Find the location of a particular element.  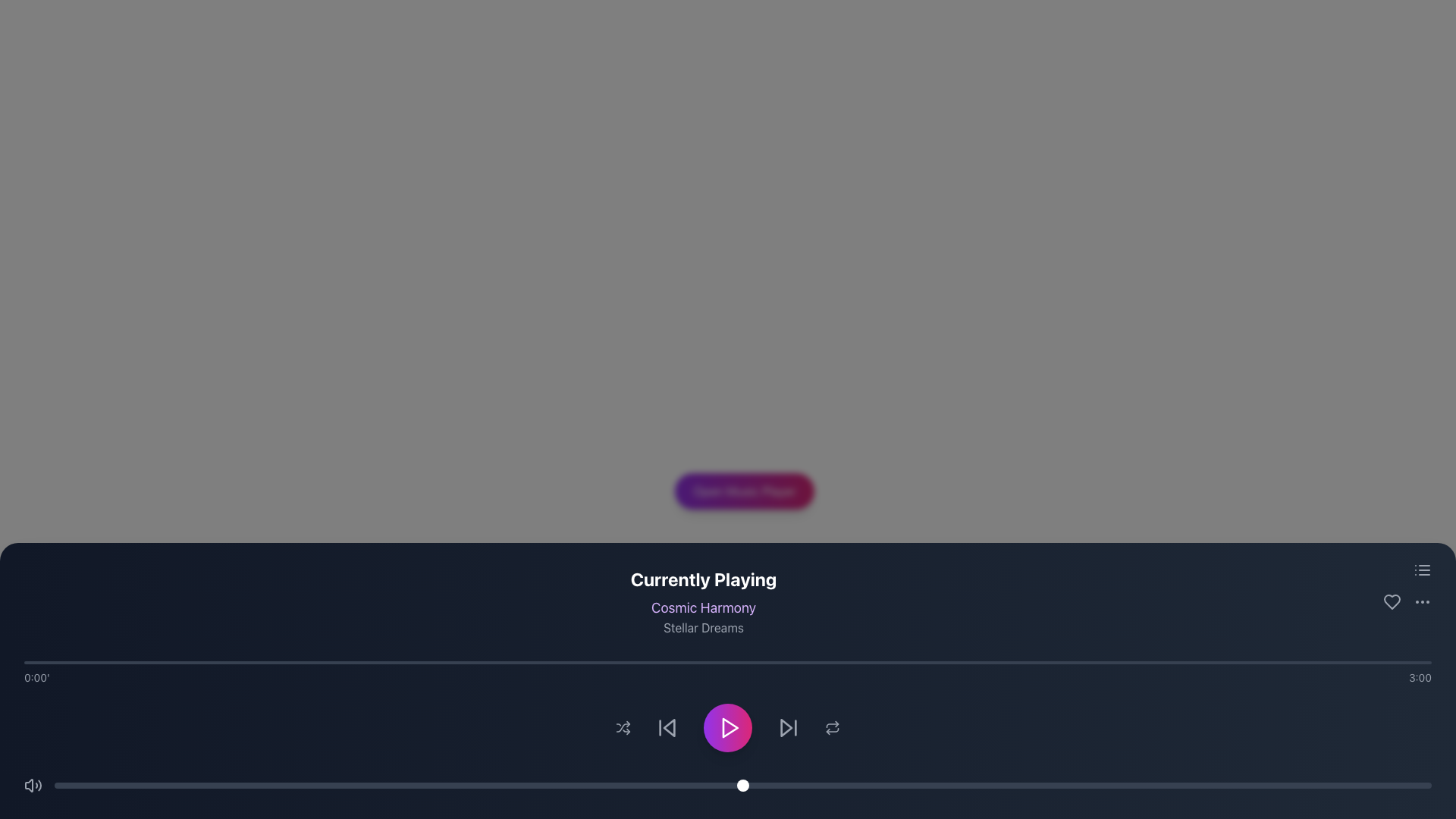

playback position is located at coordinates (1040, 662).